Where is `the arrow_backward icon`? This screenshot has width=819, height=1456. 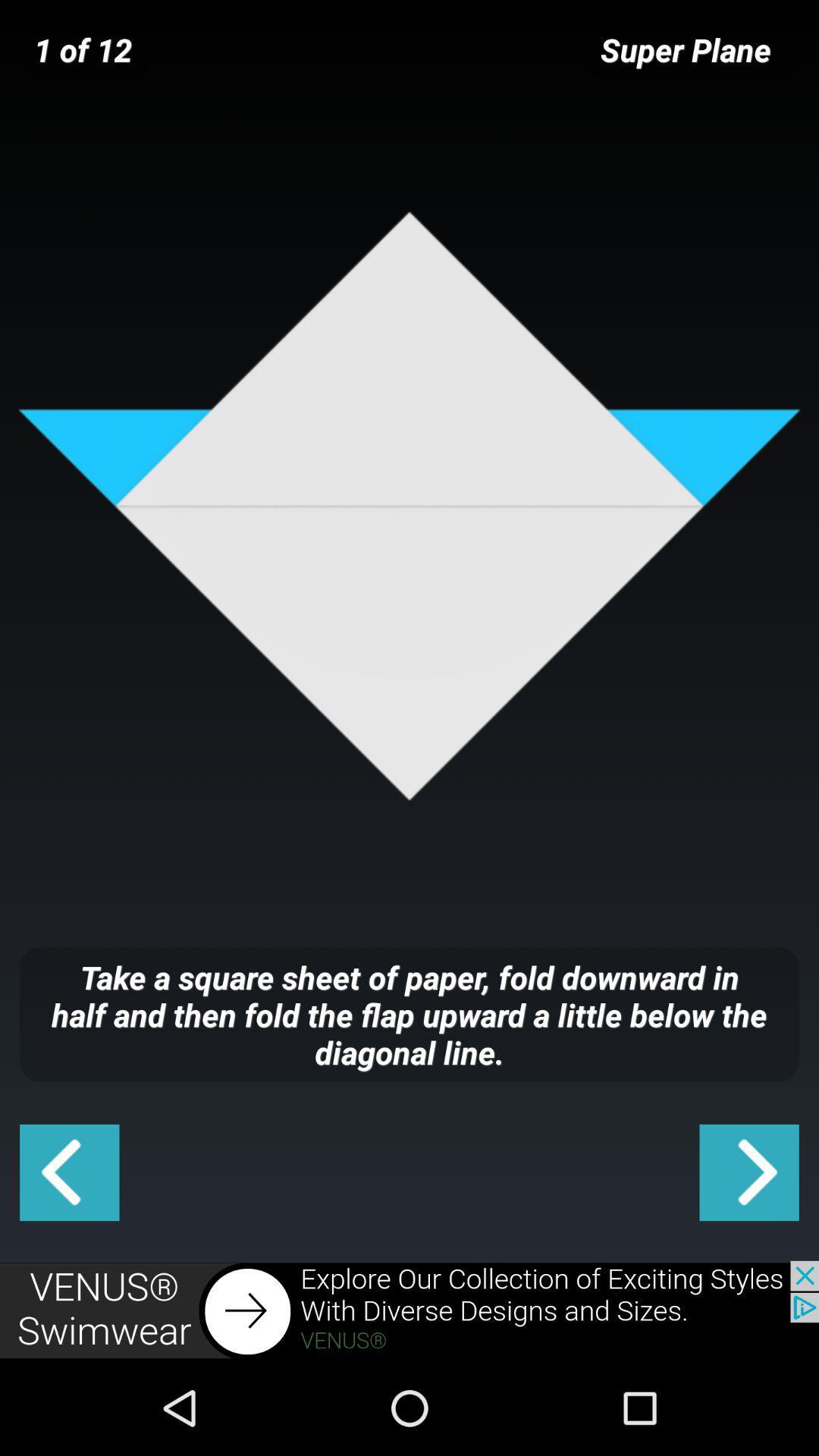
the arrow_backward icon is located at coordinates (69, 1255).